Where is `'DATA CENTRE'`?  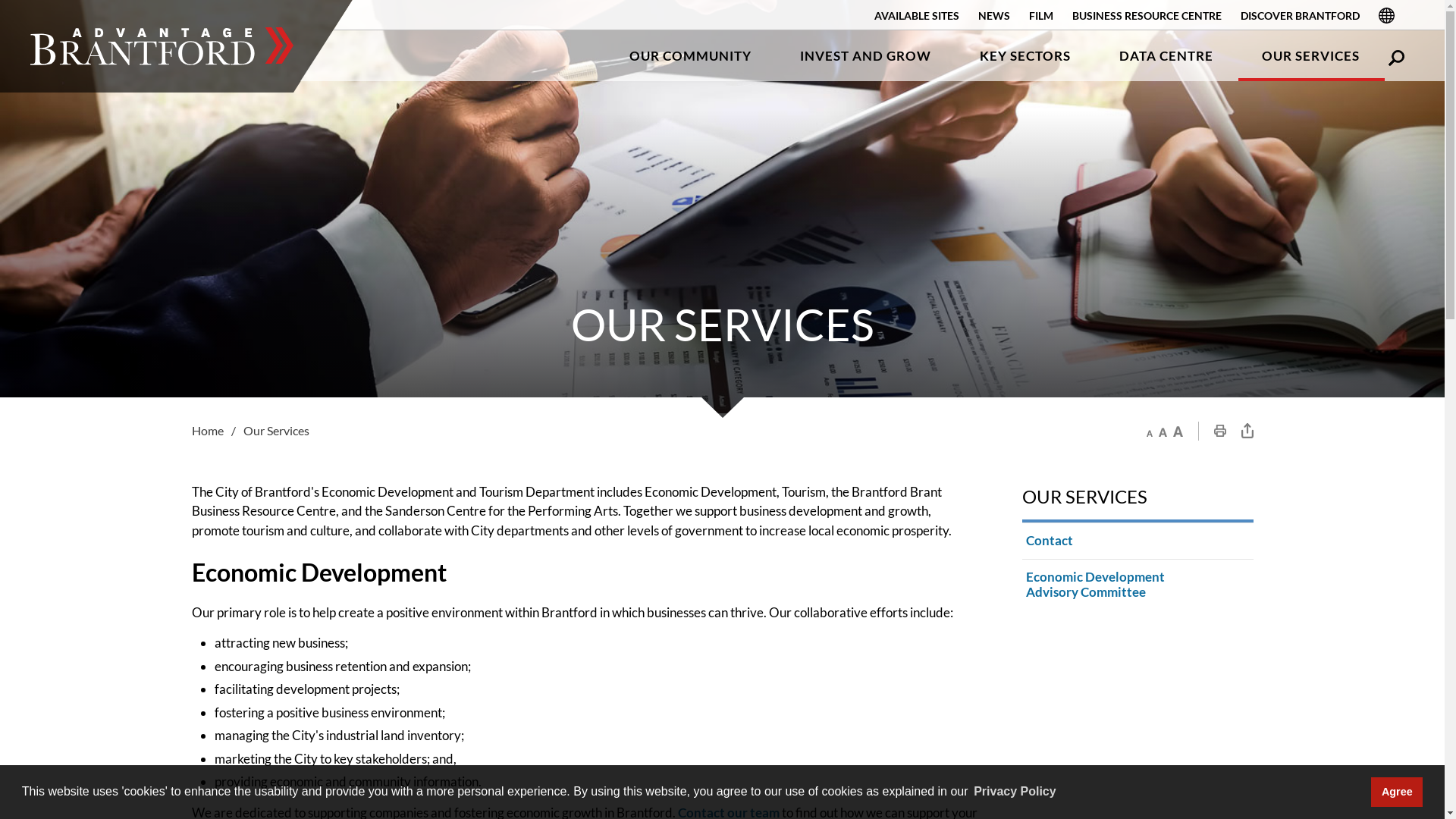
'DATA CENTRE' is located at coordinates (1165, 55).